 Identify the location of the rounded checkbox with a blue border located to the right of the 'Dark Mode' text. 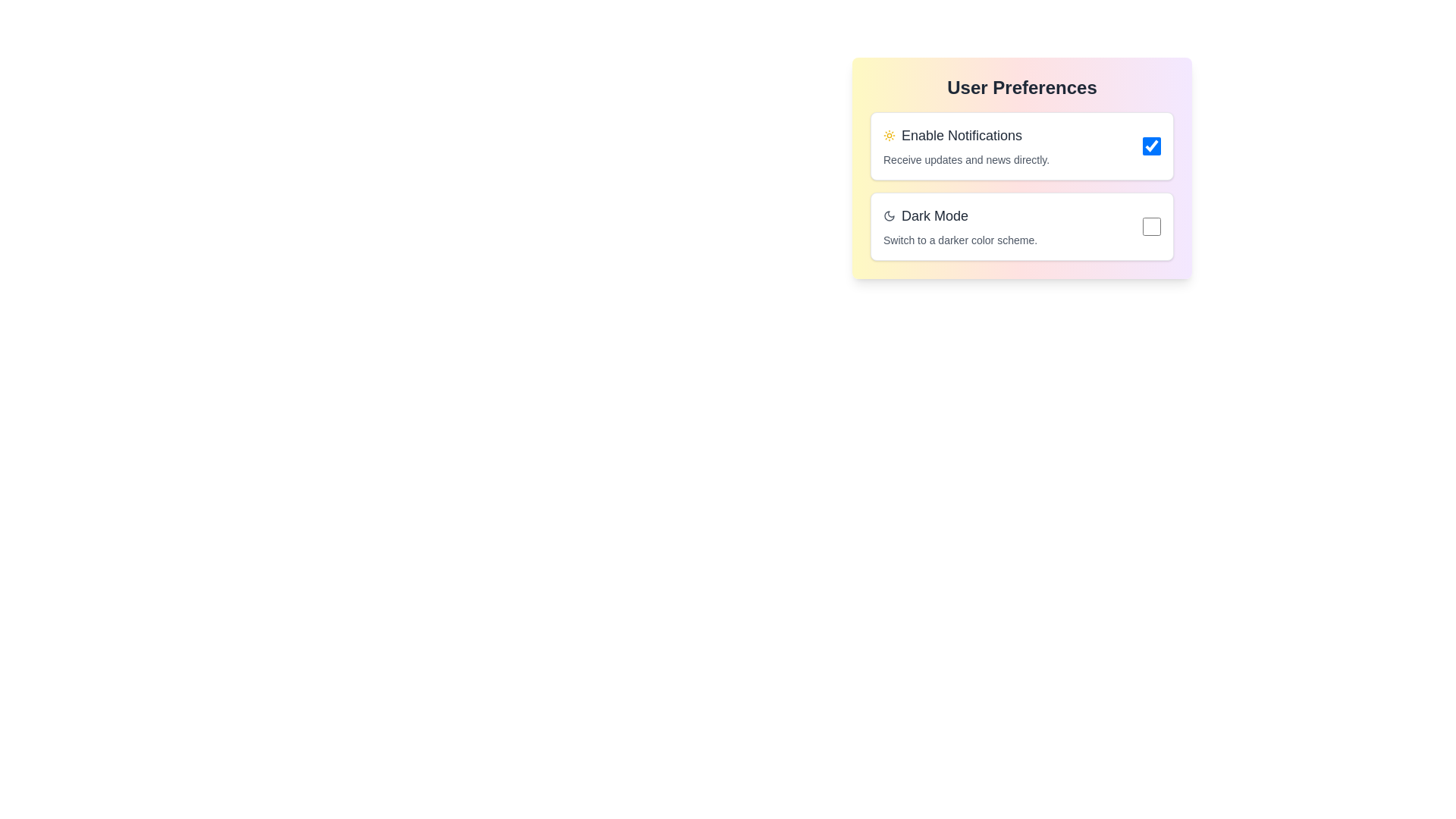
(1151, 227).